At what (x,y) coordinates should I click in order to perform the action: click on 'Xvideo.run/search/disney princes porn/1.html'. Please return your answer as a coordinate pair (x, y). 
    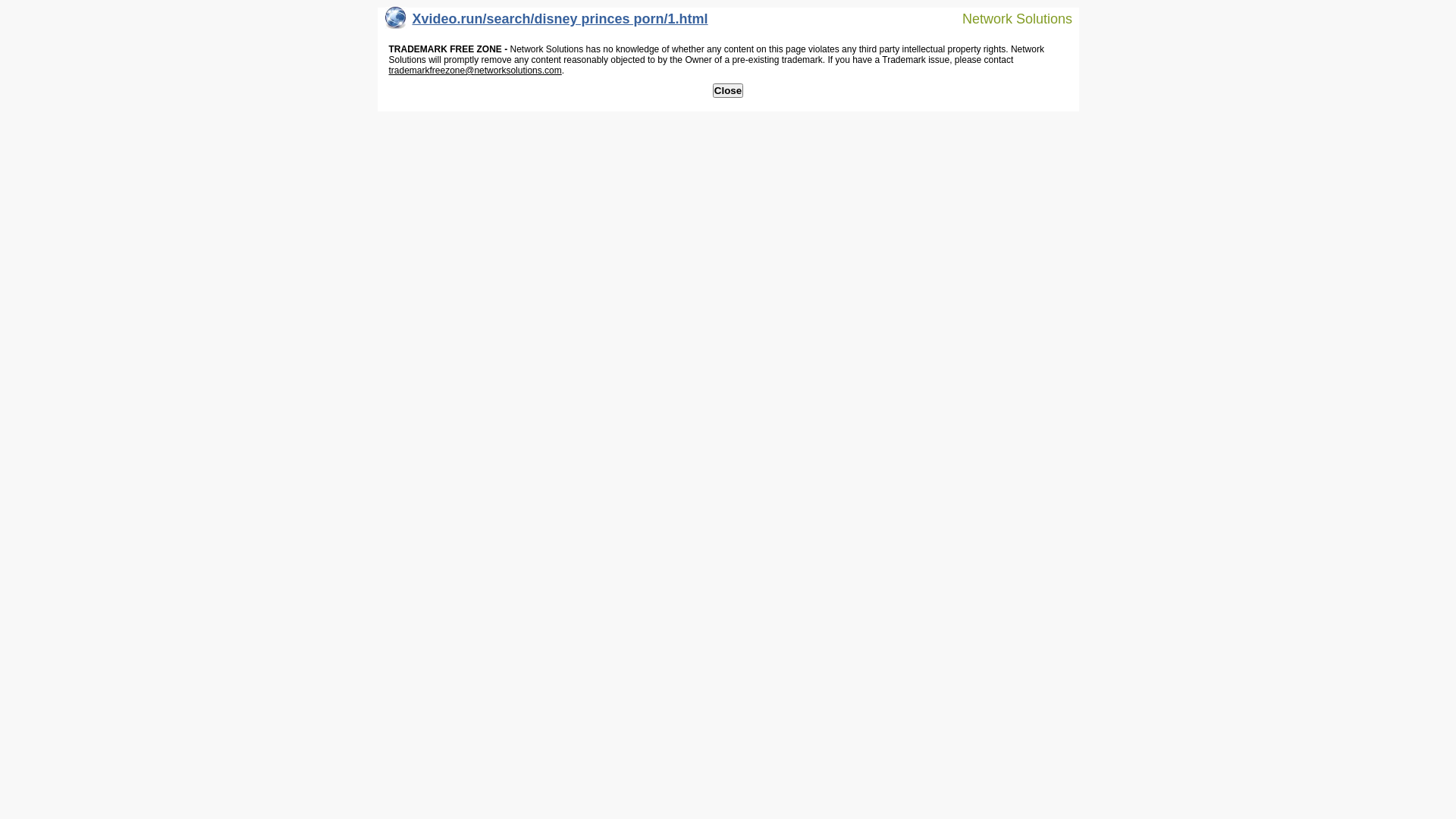
    Looking at the image, I should click on (546, 22).